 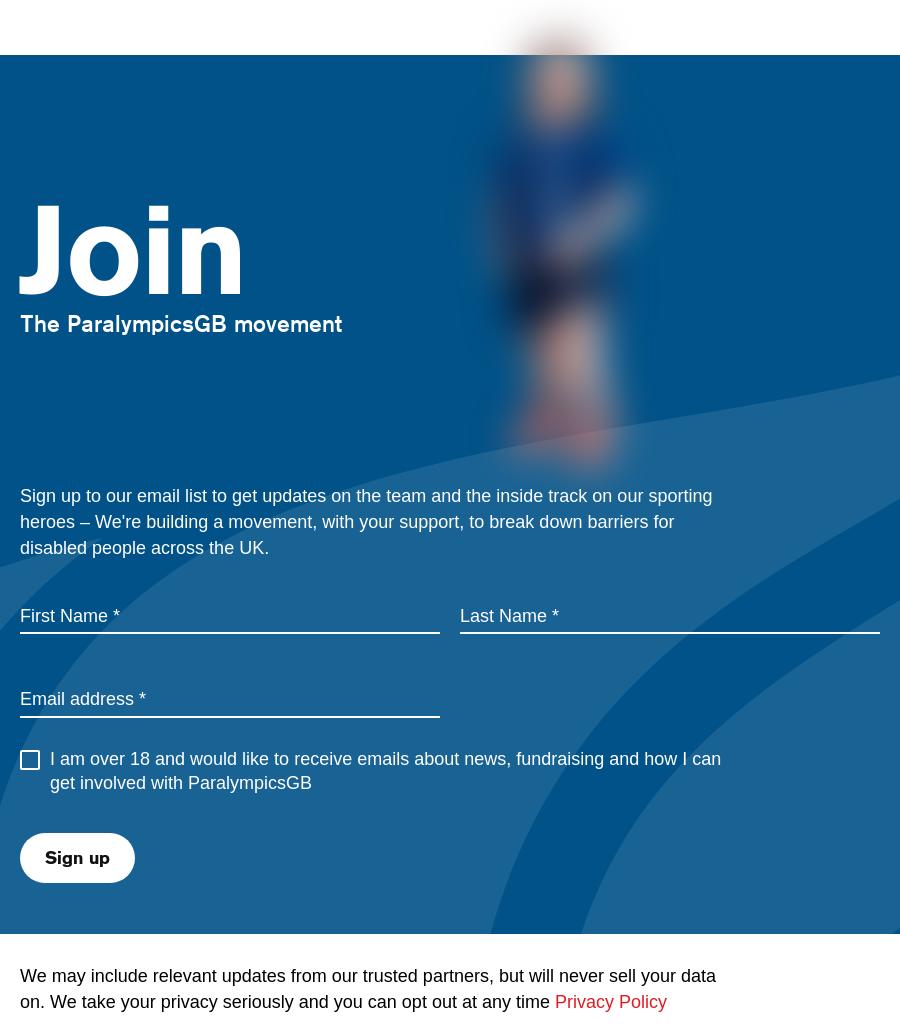 I want to click on 'Sign up to our email list to get updates on the team and the
                    inside track on our sporting heroes – We're building a
                    movement, with your support, to break down barriers for
                    disabled people across the UK.', so click(x=366, y=520).